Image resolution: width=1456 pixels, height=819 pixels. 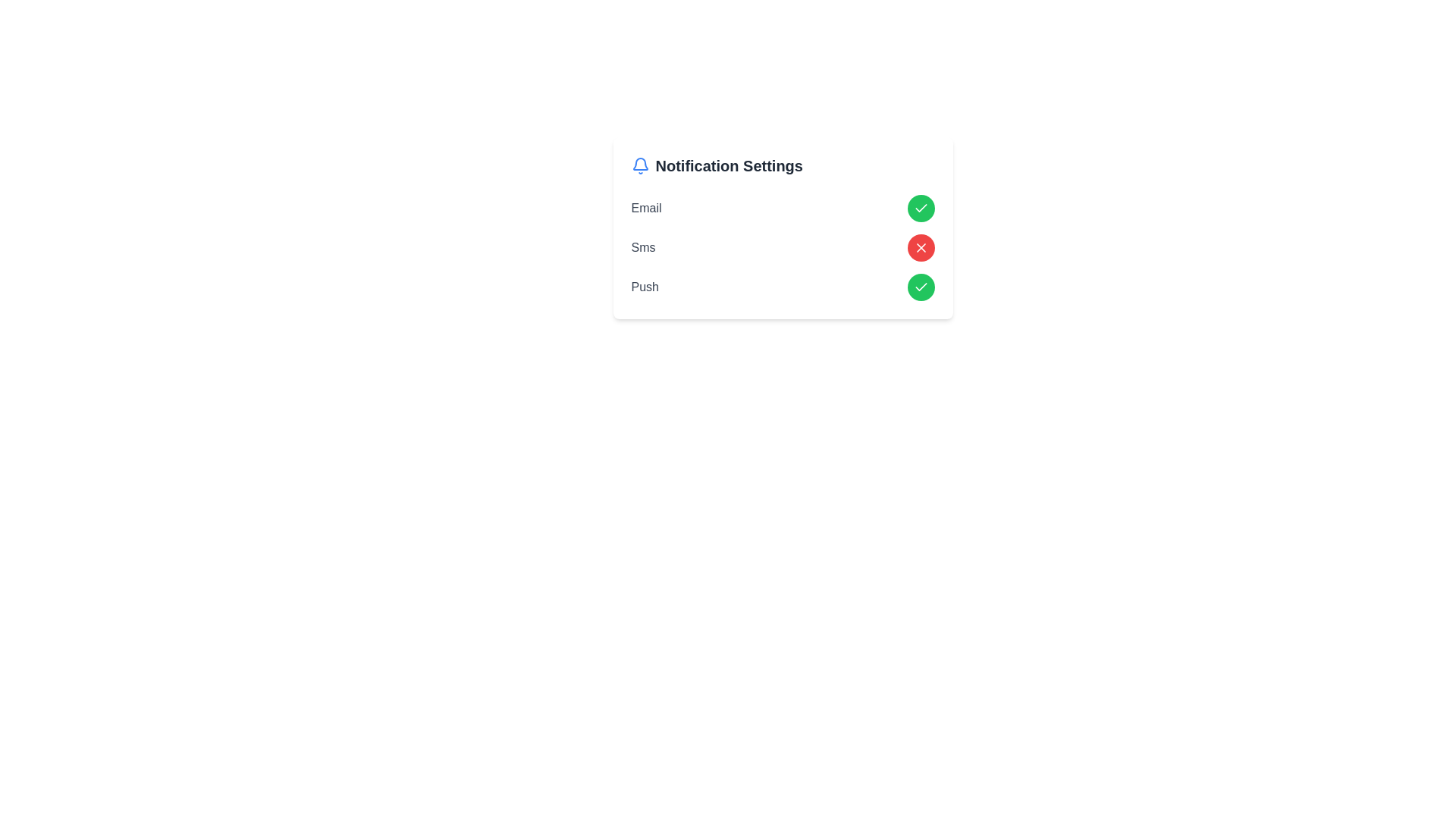 I want to click on the toggle or delete button associated with the 'Sms' notification option, so click(x=920, y=247).